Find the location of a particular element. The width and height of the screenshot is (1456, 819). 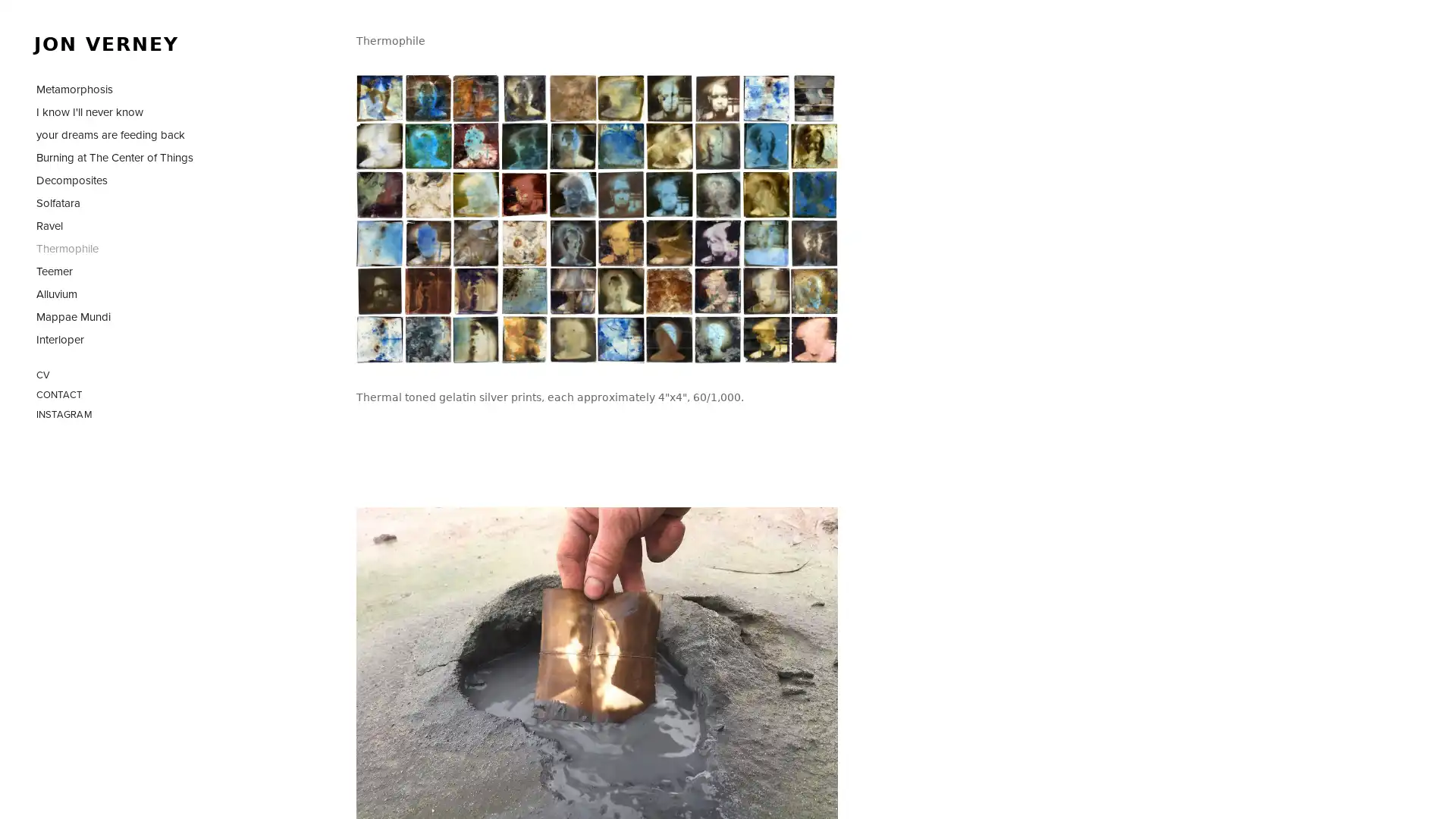

View fullsize jon_verney_thermophile_6.jpg is located at coordinates (813, 291).